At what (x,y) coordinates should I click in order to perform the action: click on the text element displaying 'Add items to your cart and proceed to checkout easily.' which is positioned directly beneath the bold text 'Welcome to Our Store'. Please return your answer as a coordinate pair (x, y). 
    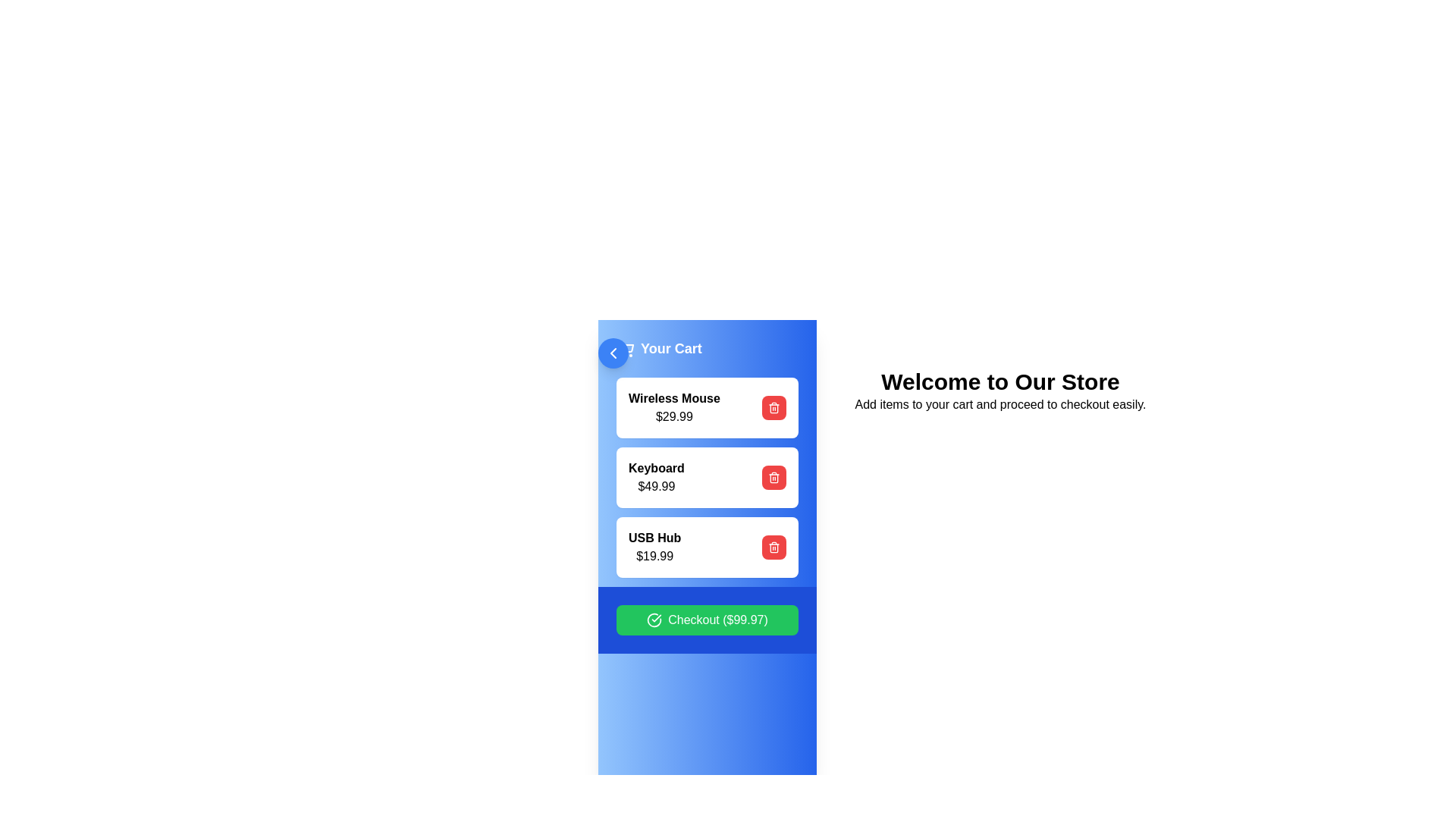
    Looking at the image, I should click on (1000, 403).